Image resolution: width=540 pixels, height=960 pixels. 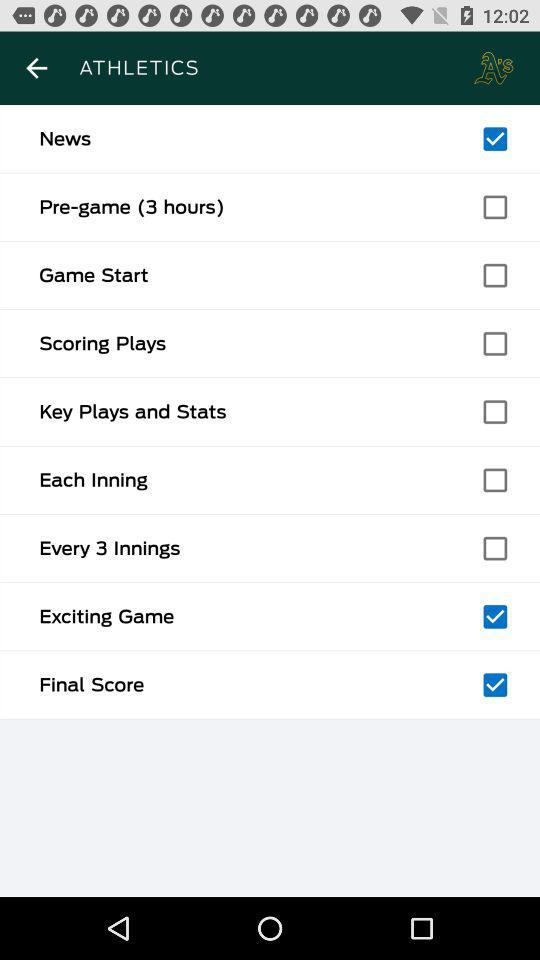 What do you see at coordinates (494, 685) in the screenshot?
I see `option` at bounding box center [494, 685].